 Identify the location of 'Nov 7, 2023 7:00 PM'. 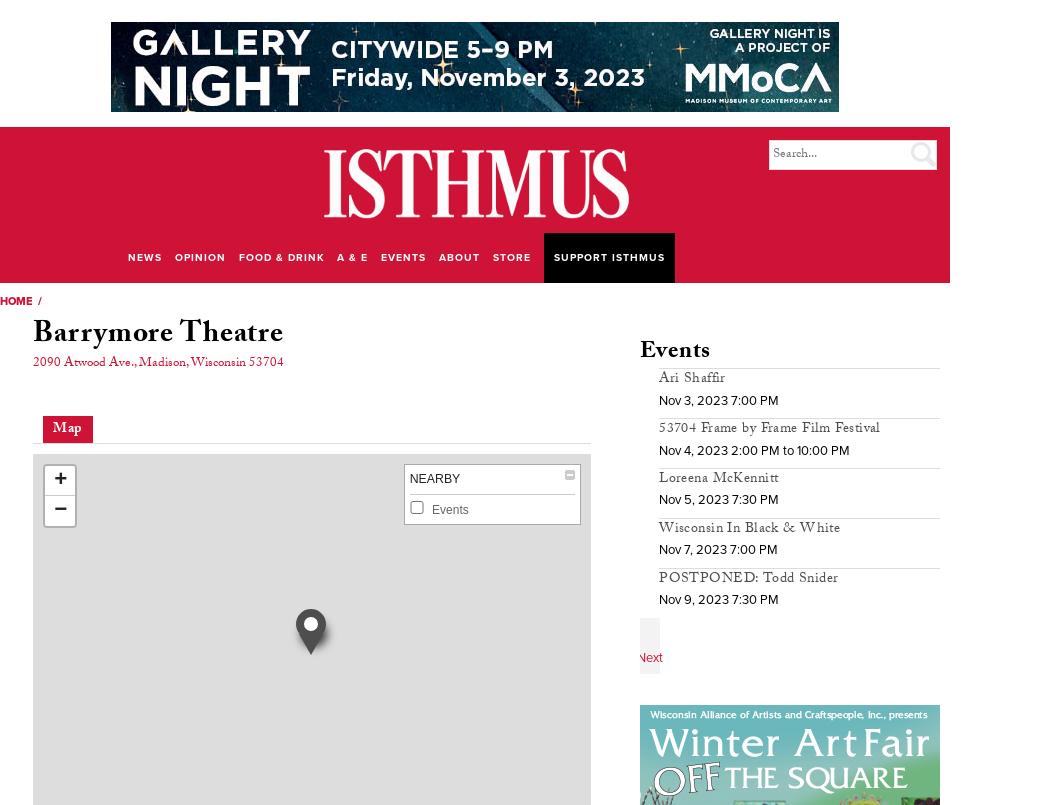
(717, 548).